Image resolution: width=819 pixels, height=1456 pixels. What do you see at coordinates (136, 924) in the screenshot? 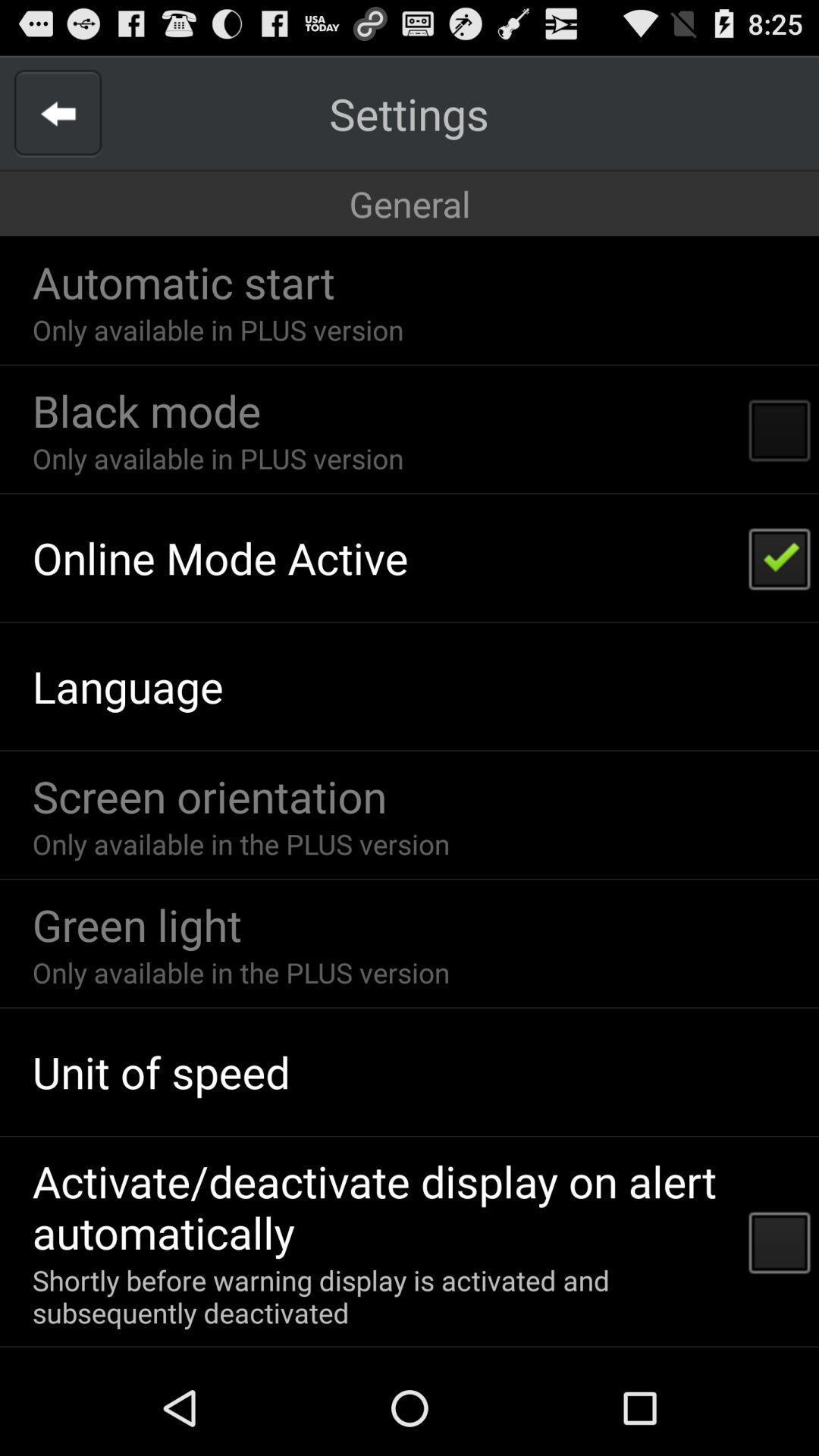
I see `the green light app` at bounding box center [136, 924].